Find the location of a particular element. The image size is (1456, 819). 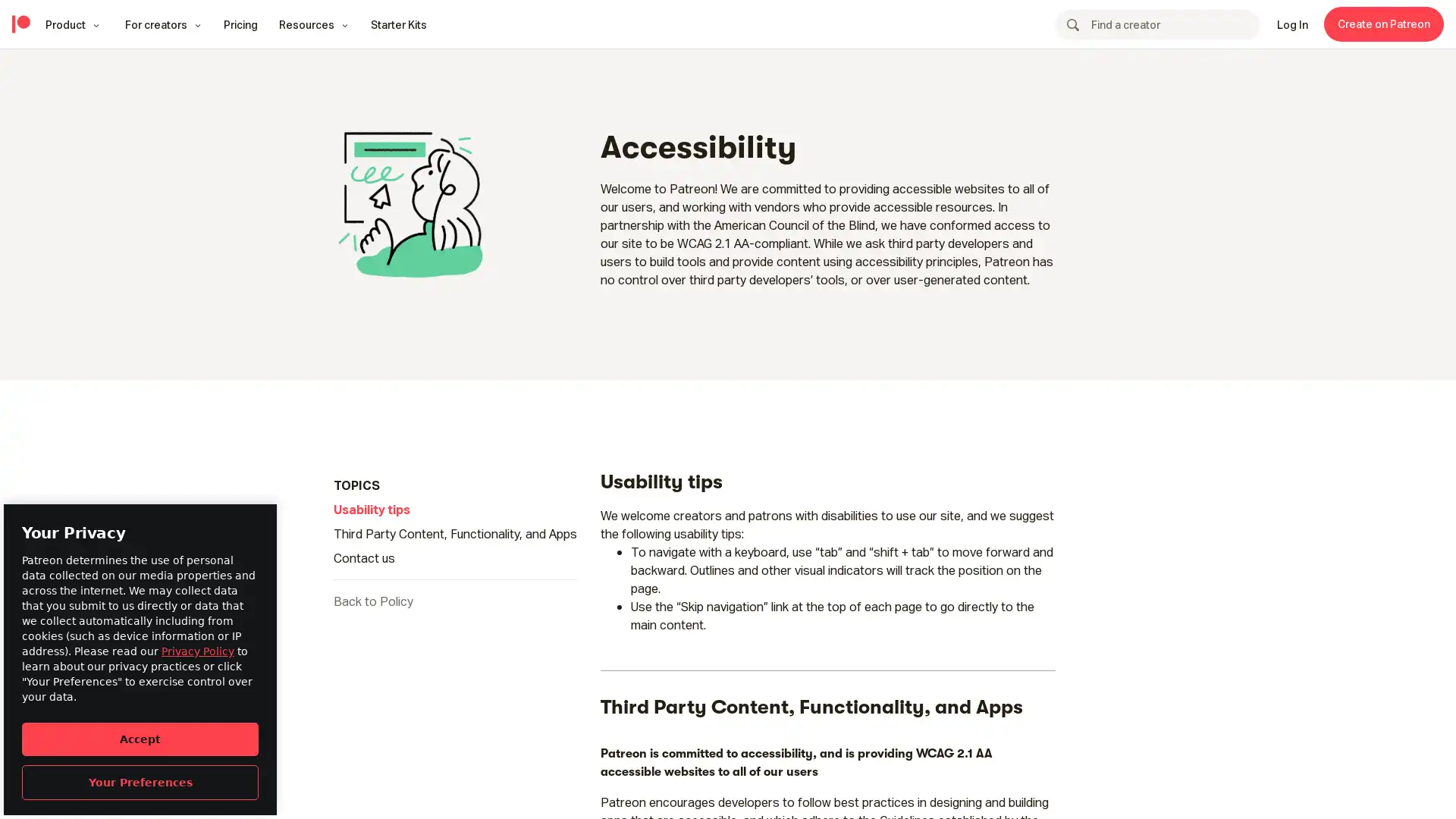

Contact us is located at coordinates (364, 557).